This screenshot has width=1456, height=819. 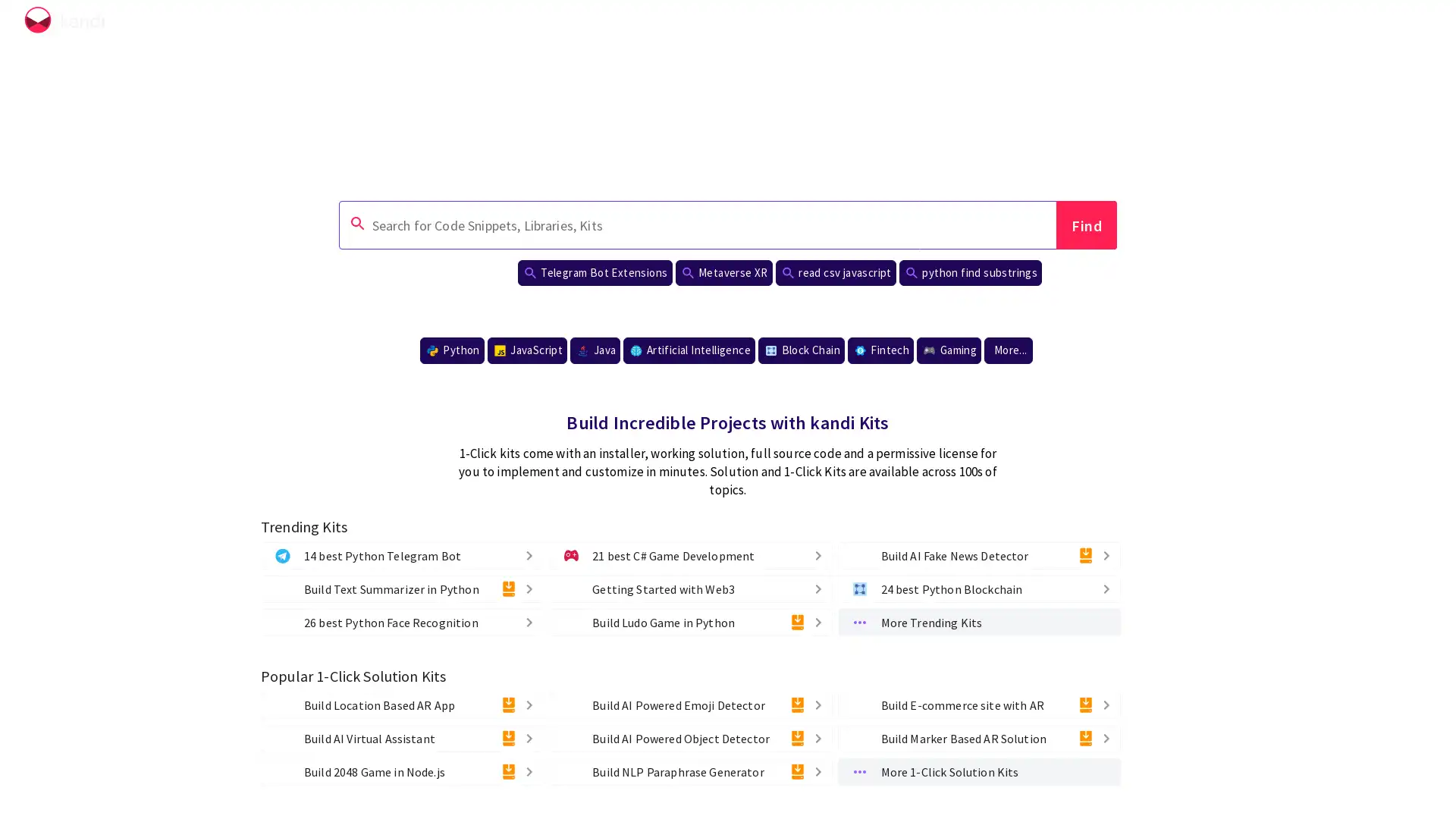 I want to click on delete, so click(x=817, y=704).